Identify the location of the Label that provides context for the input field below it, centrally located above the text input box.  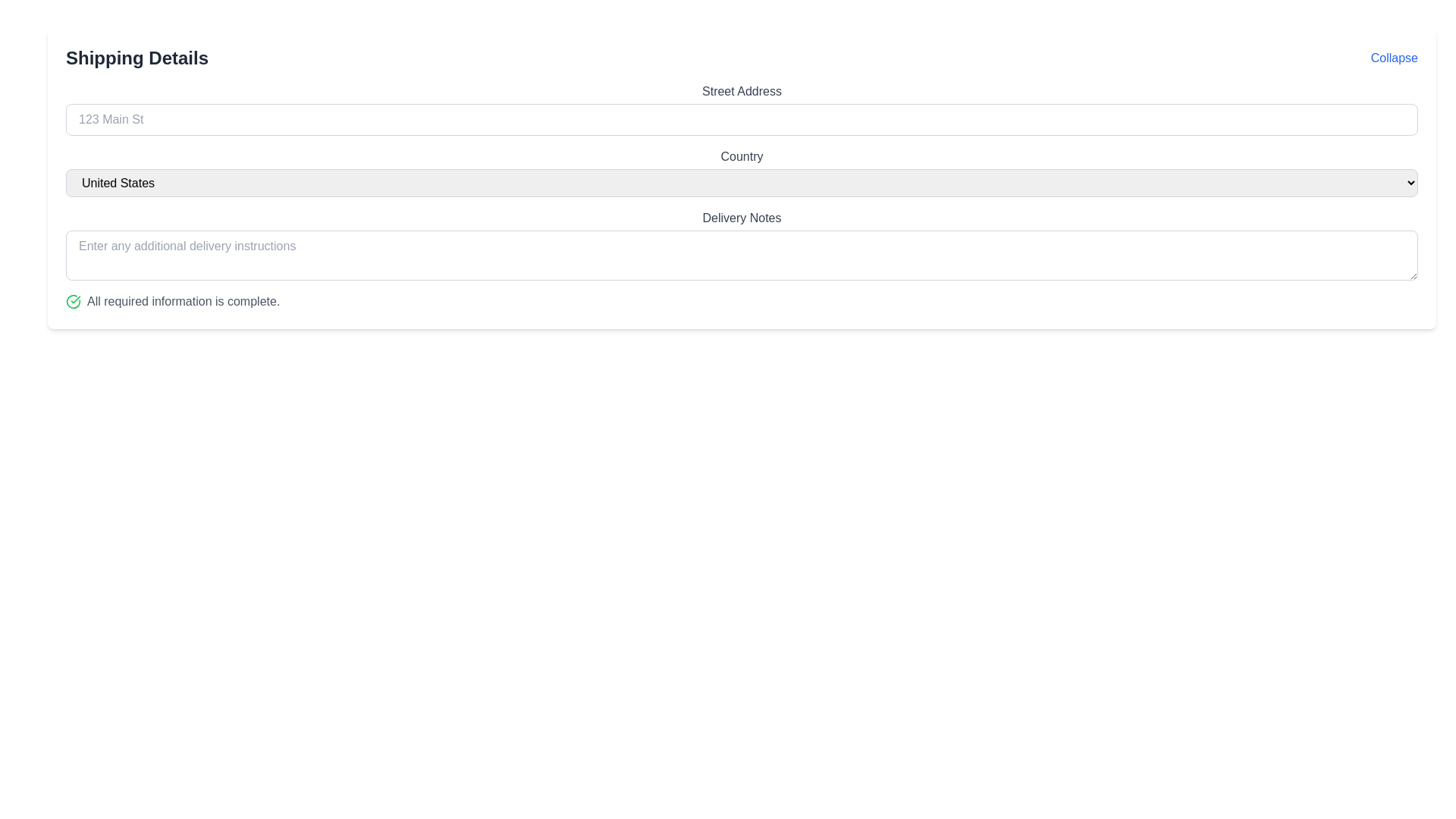
(742, 218).